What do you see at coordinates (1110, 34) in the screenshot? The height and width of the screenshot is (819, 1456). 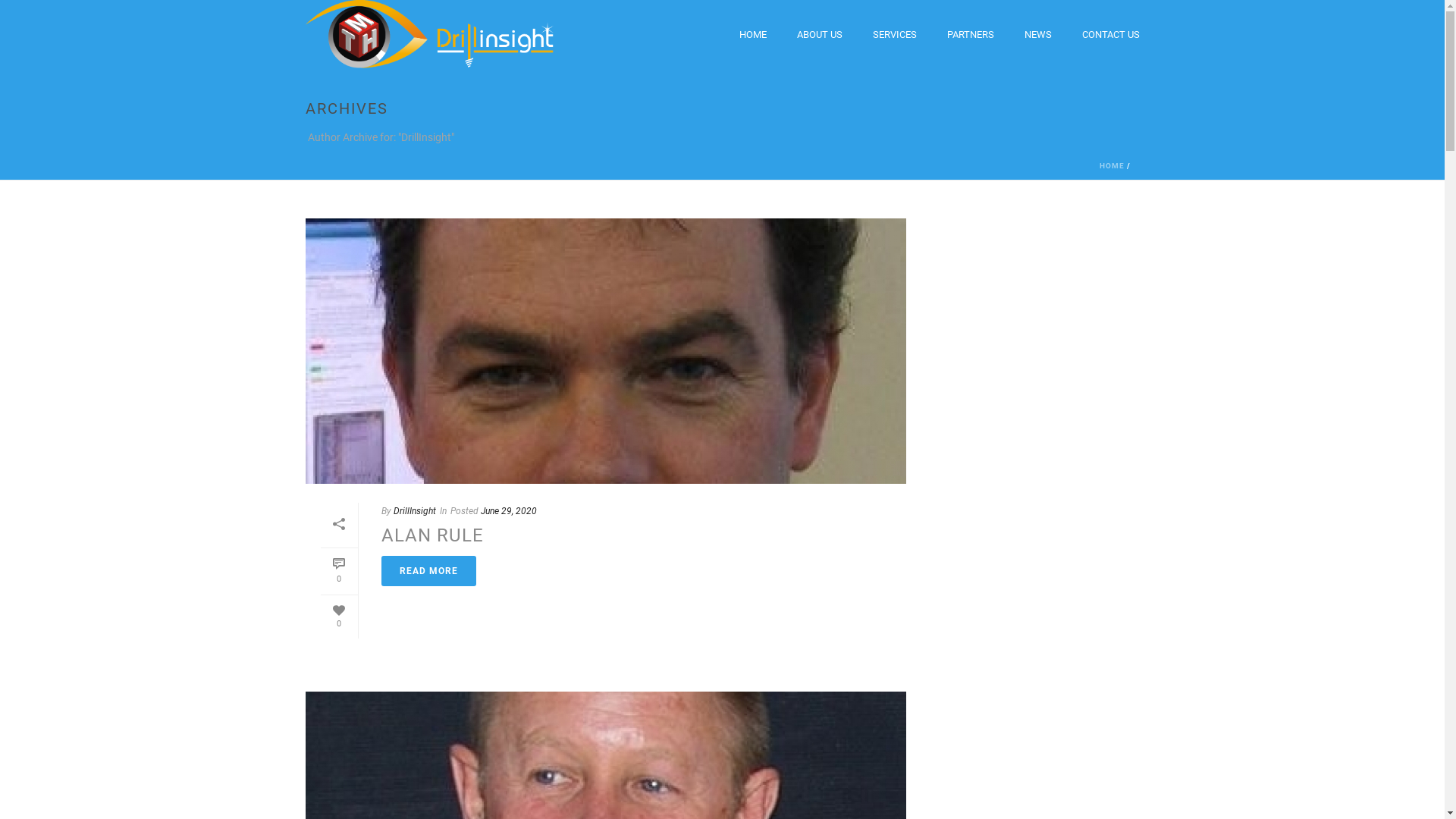 I see `'CONTACT US'` at bounding box center [1110, 34].